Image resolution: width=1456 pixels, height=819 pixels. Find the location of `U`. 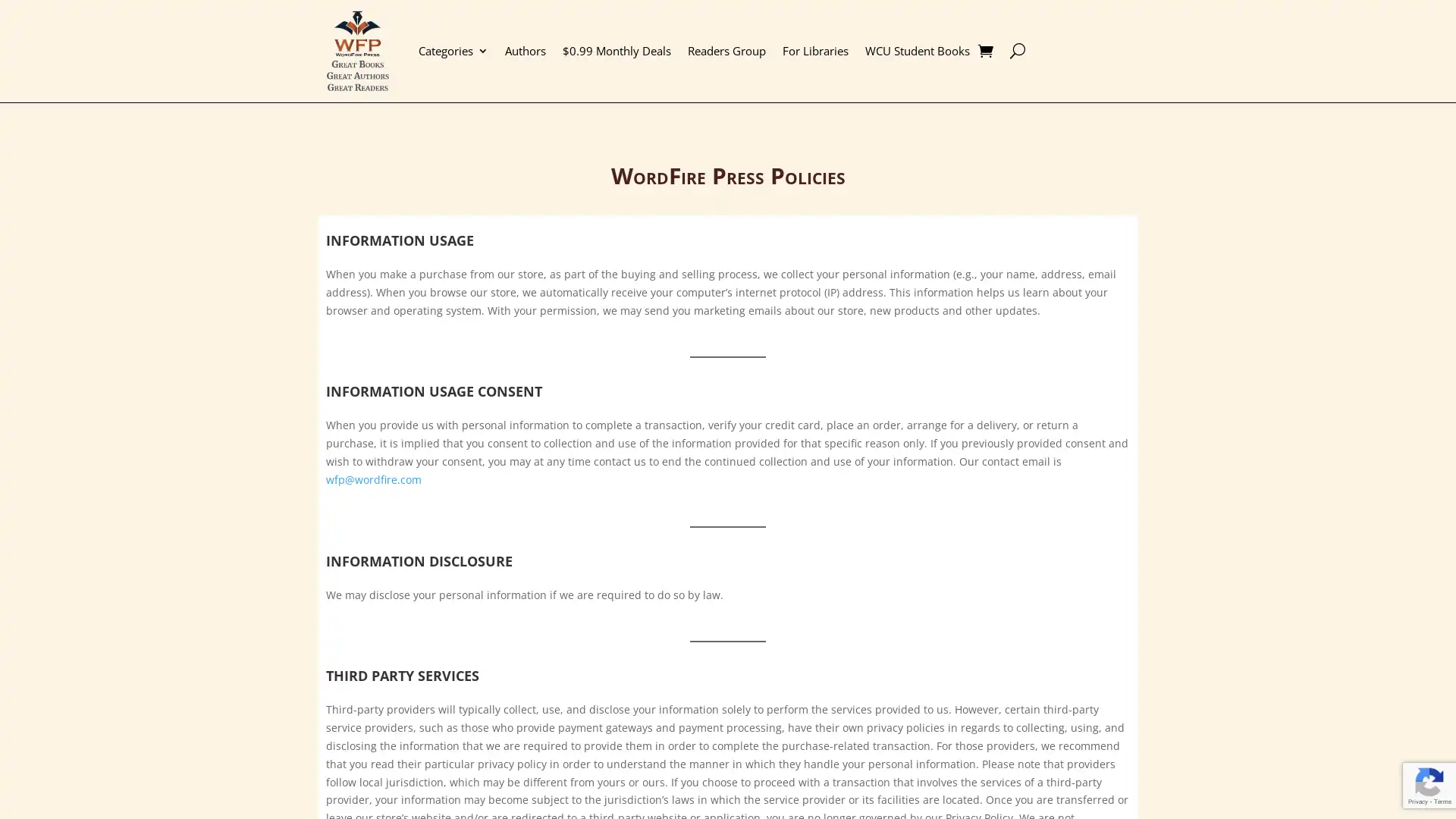

U is located at coordinates (1016, 49).